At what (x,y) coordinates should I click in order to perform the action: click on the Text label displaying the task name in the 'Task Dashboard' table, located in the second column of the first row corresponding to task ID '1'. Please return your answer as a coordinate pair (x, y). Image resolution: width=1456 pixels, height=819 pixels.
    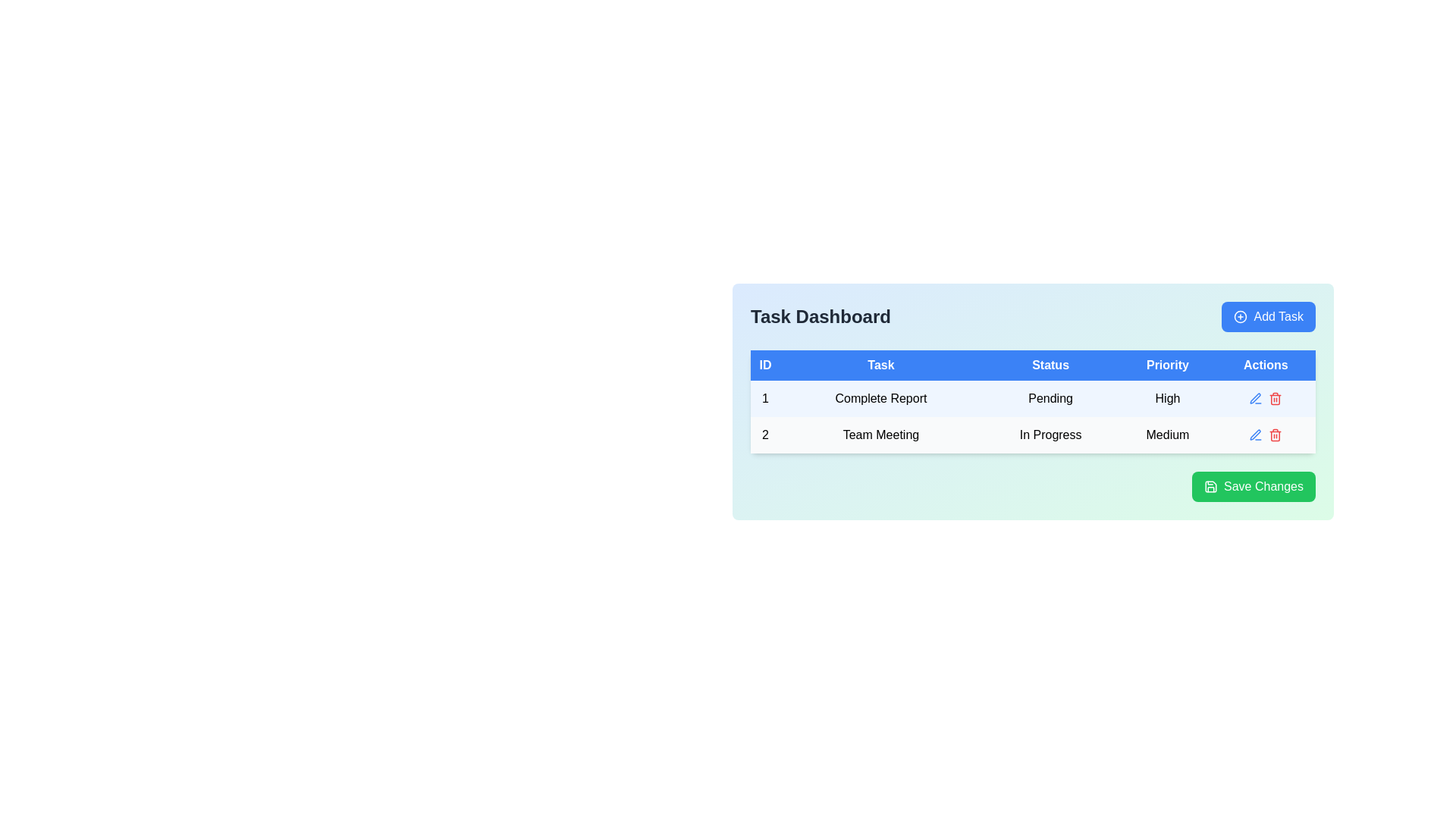
    Looking at the image, I should click on (880, 397).